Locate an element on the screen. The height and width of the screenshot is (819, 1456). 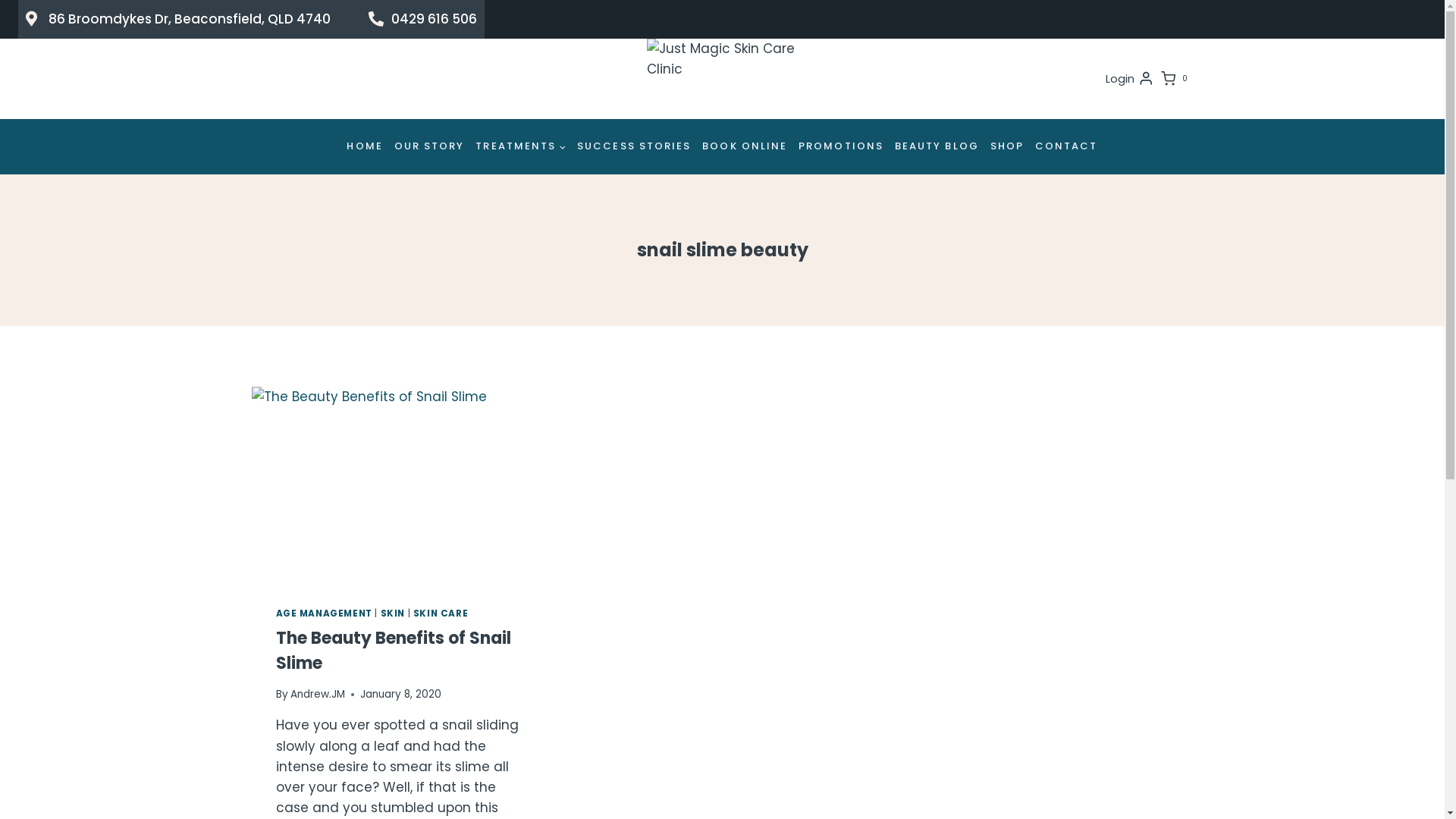
'PROMOTIONS' is located at coordinates (840, 146).